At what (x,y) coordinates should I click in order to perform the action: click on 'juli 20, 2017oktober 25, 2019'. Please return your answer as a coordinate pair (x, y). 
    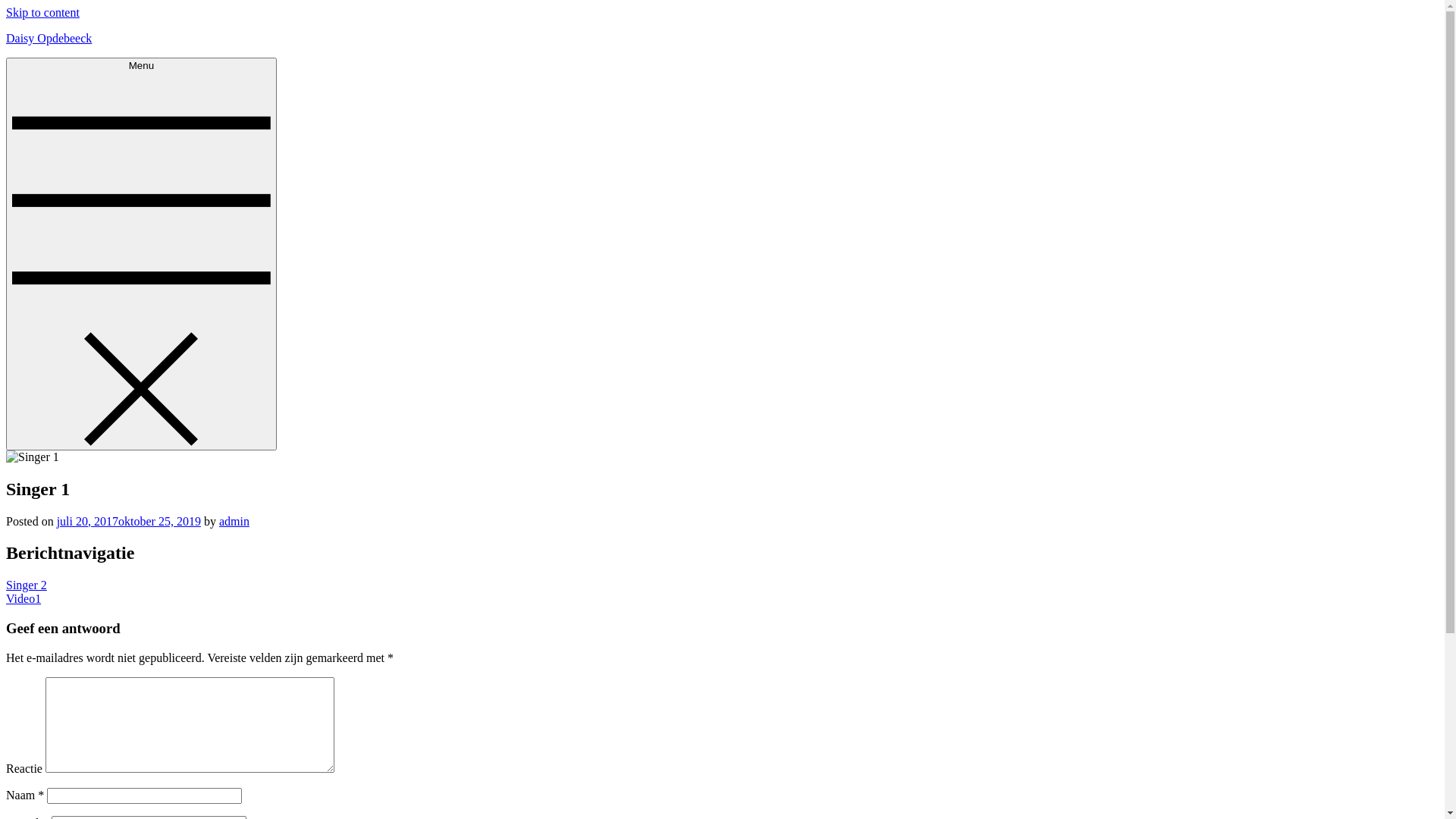
    Looking at the image, I should click on (128, 520).